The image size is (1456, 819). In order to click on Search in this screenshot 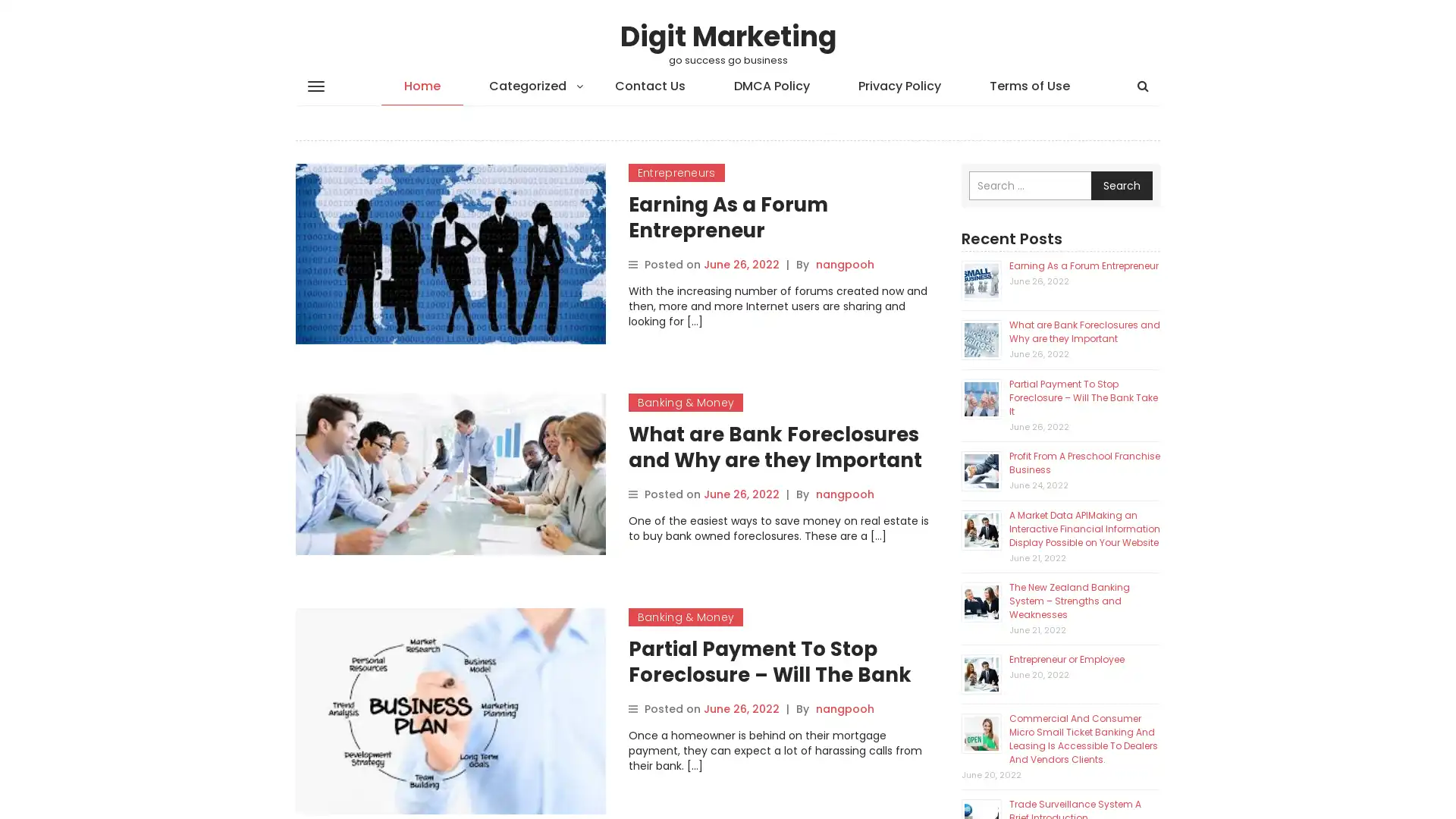, I will do `click(1122, 185)`.